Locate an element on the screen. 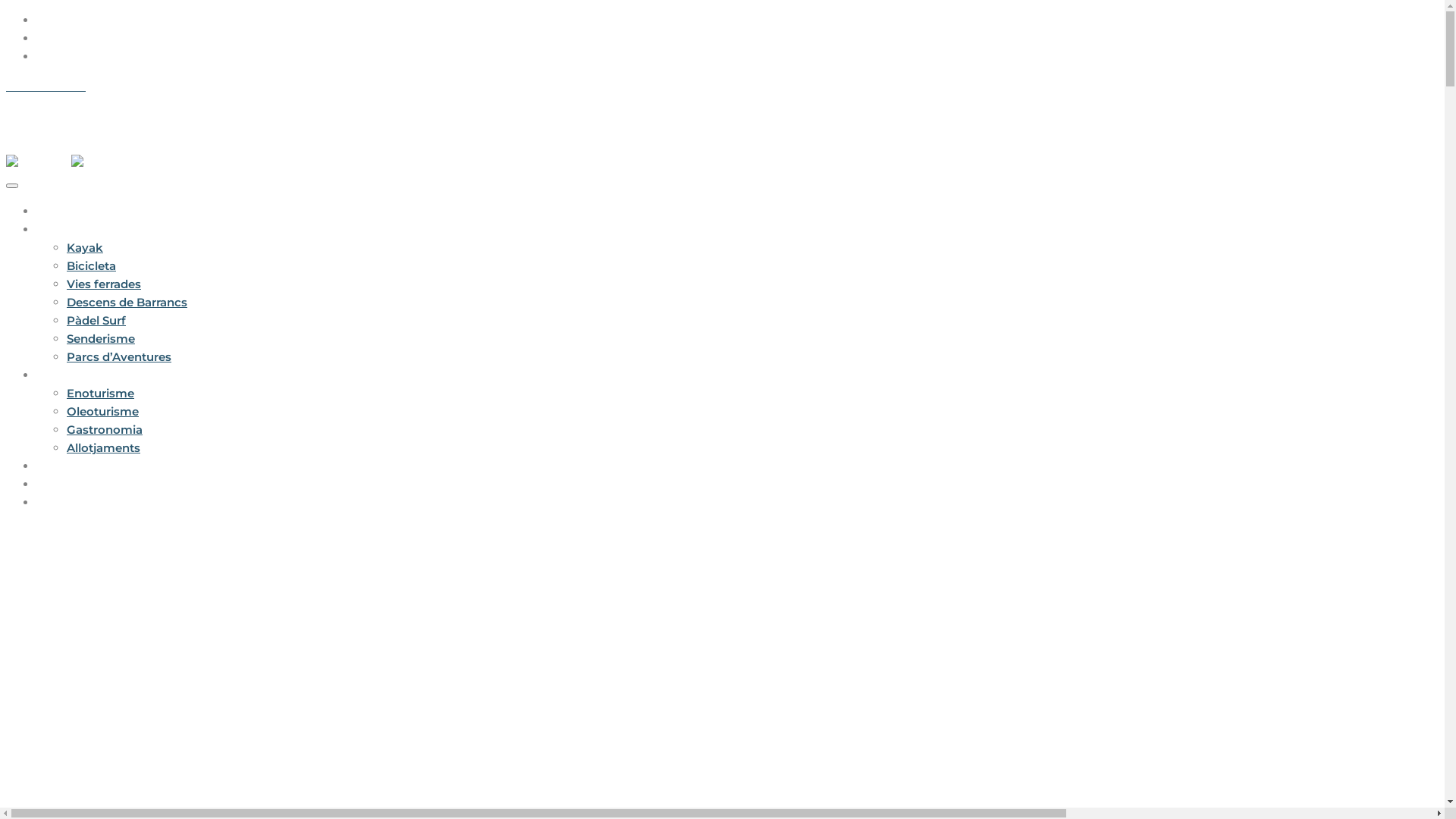 The height and width of the screenshot is (819, 1456). 'Enoturisme' is located at coordinates (65, 392).